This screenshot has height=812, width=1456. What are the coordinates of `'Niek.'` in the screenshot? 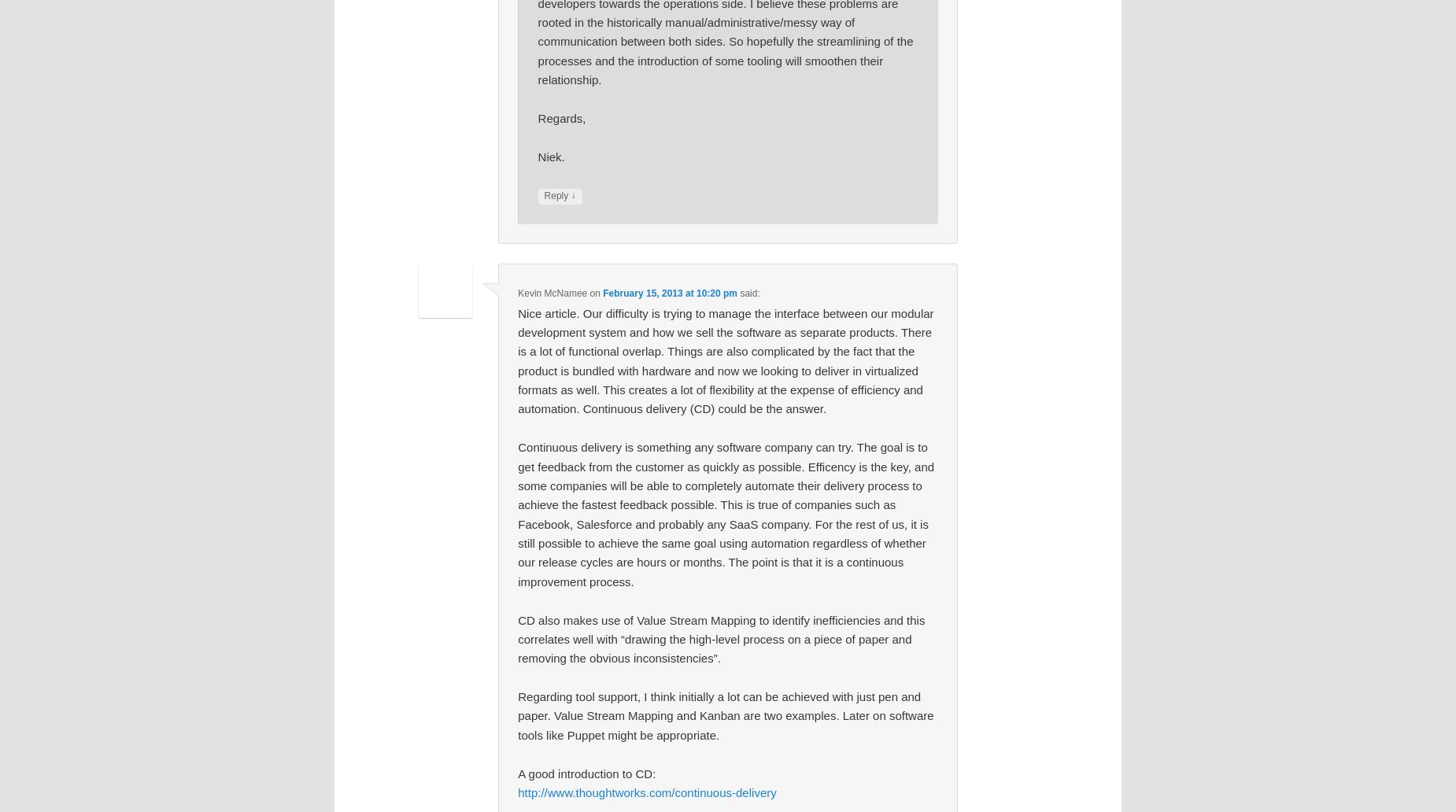 It's located at (551, 155).